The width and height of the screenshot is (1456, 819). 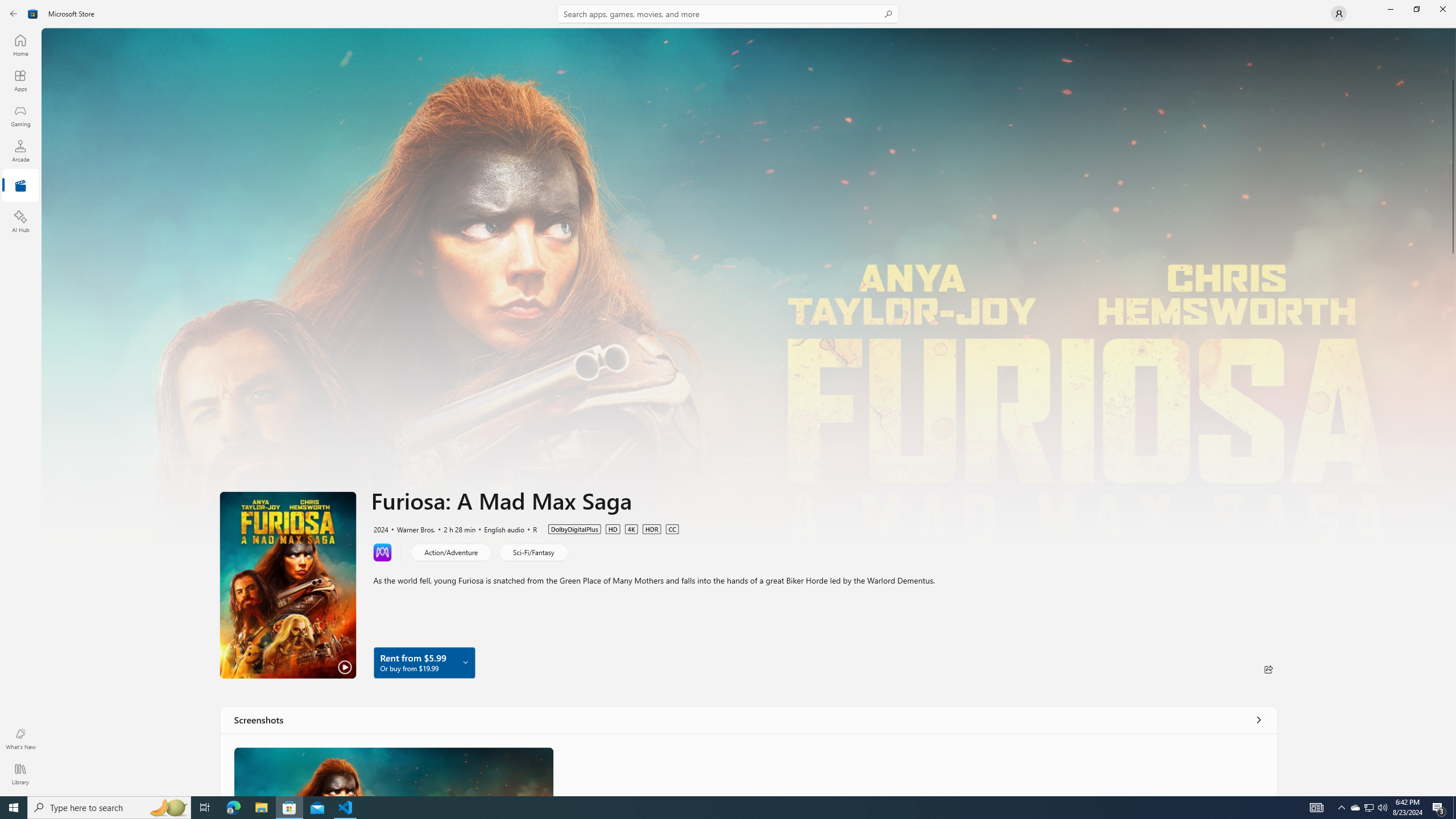 What do you see at coordinates (529, 528) in the screenshot?
I see `'R'` at bounding box center [529, 528].